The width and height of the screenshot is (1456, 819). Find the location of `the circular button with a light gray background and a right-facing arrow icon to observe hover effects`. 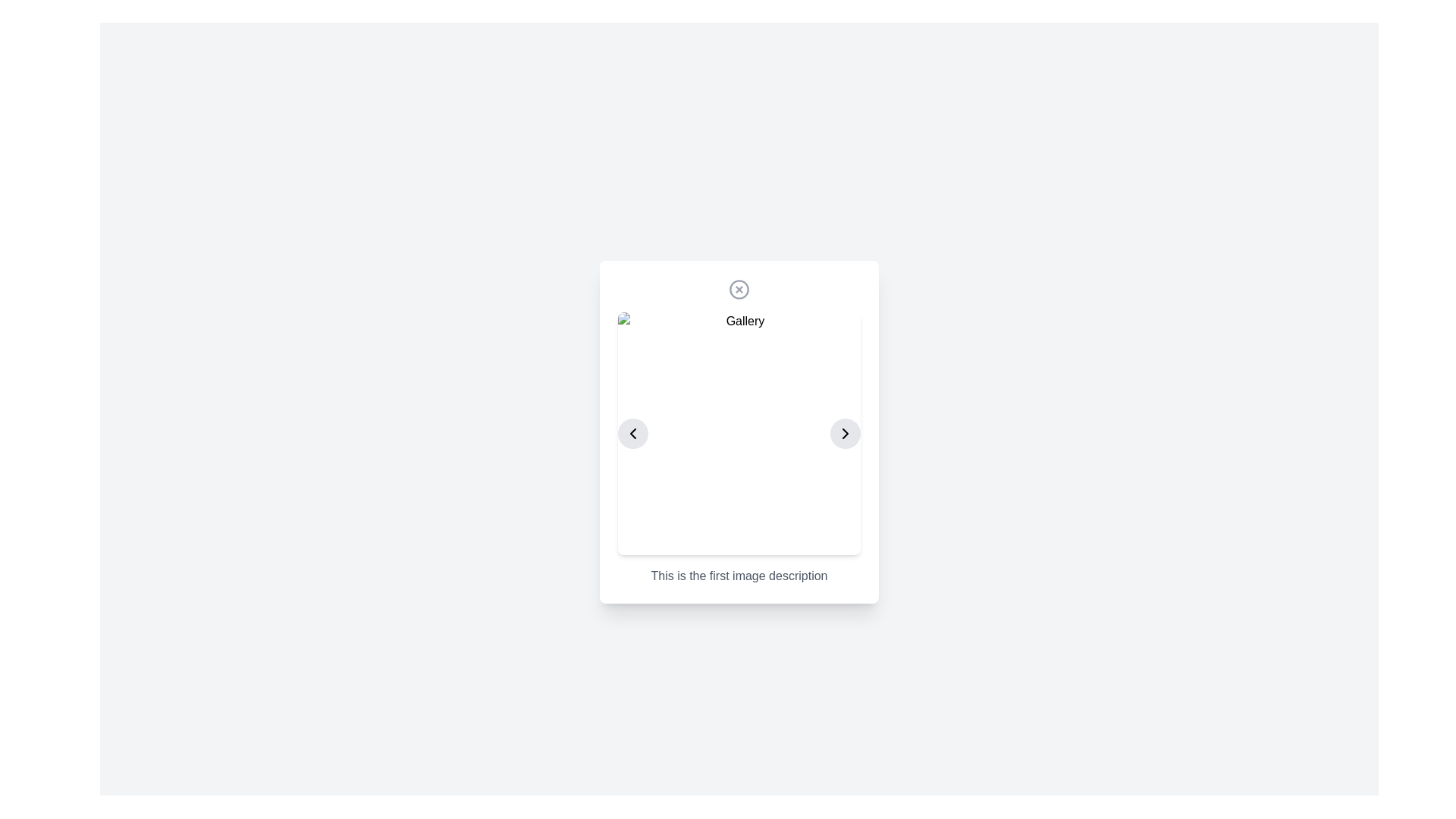

the circular button with a light gray background and a right-facing arrow icon to observe hover effects is located at coordinates (844, 433).